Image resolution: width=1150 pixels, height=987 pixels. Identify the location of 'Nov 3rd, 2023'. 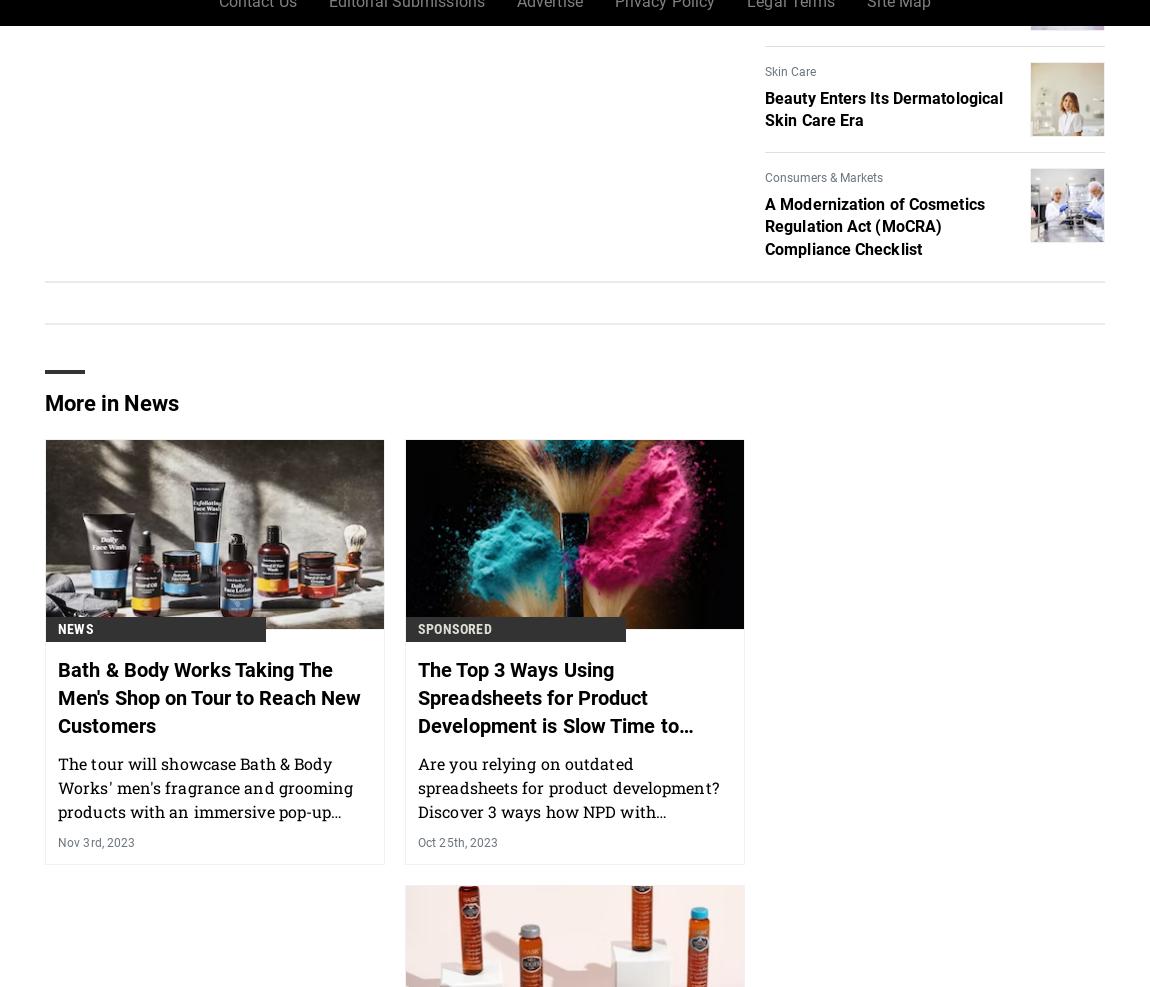
(56, 947).